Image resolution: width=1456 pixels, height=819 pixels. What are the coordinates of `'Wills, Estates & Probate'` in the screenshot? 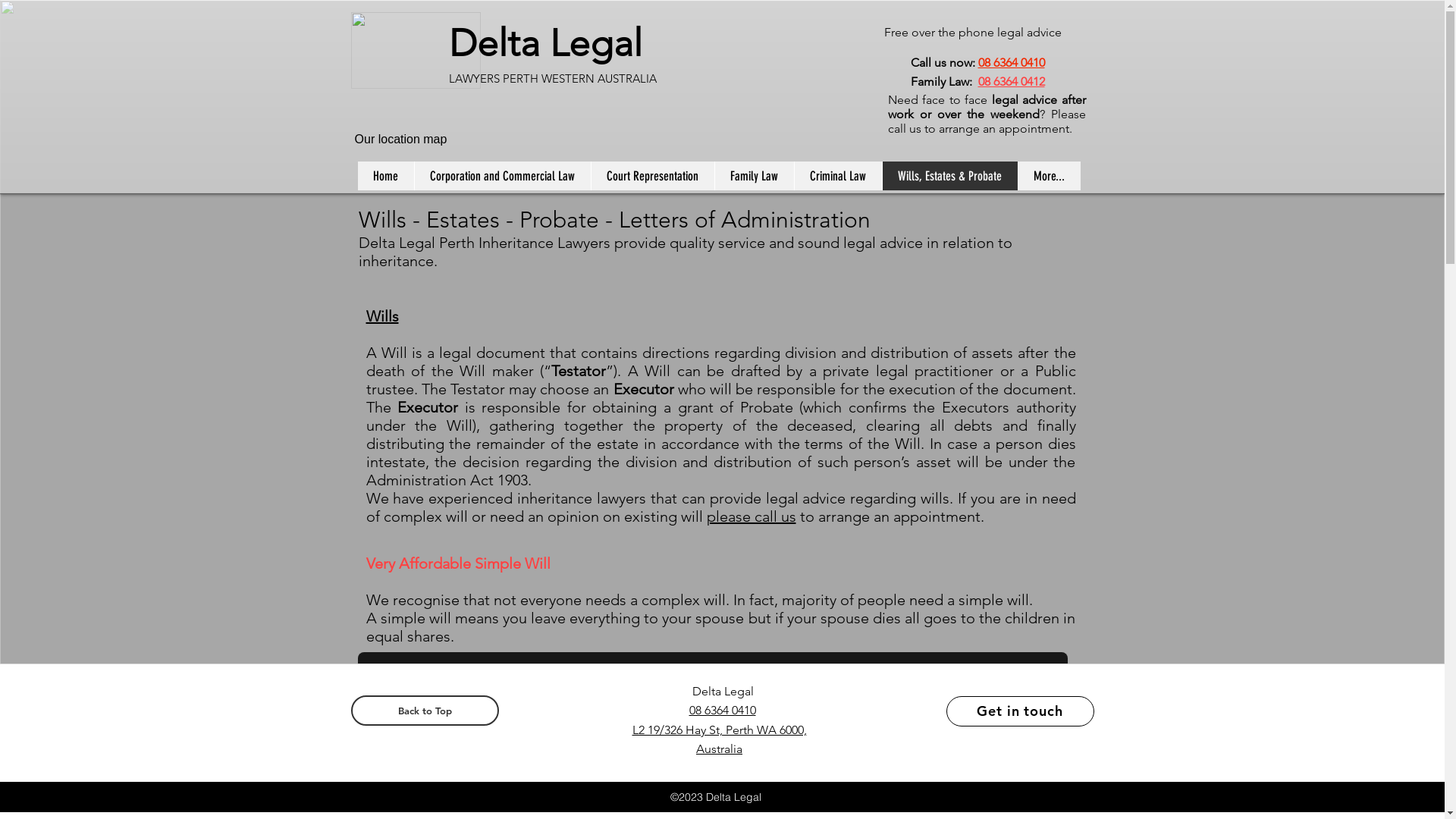 It's located at (948, 174).